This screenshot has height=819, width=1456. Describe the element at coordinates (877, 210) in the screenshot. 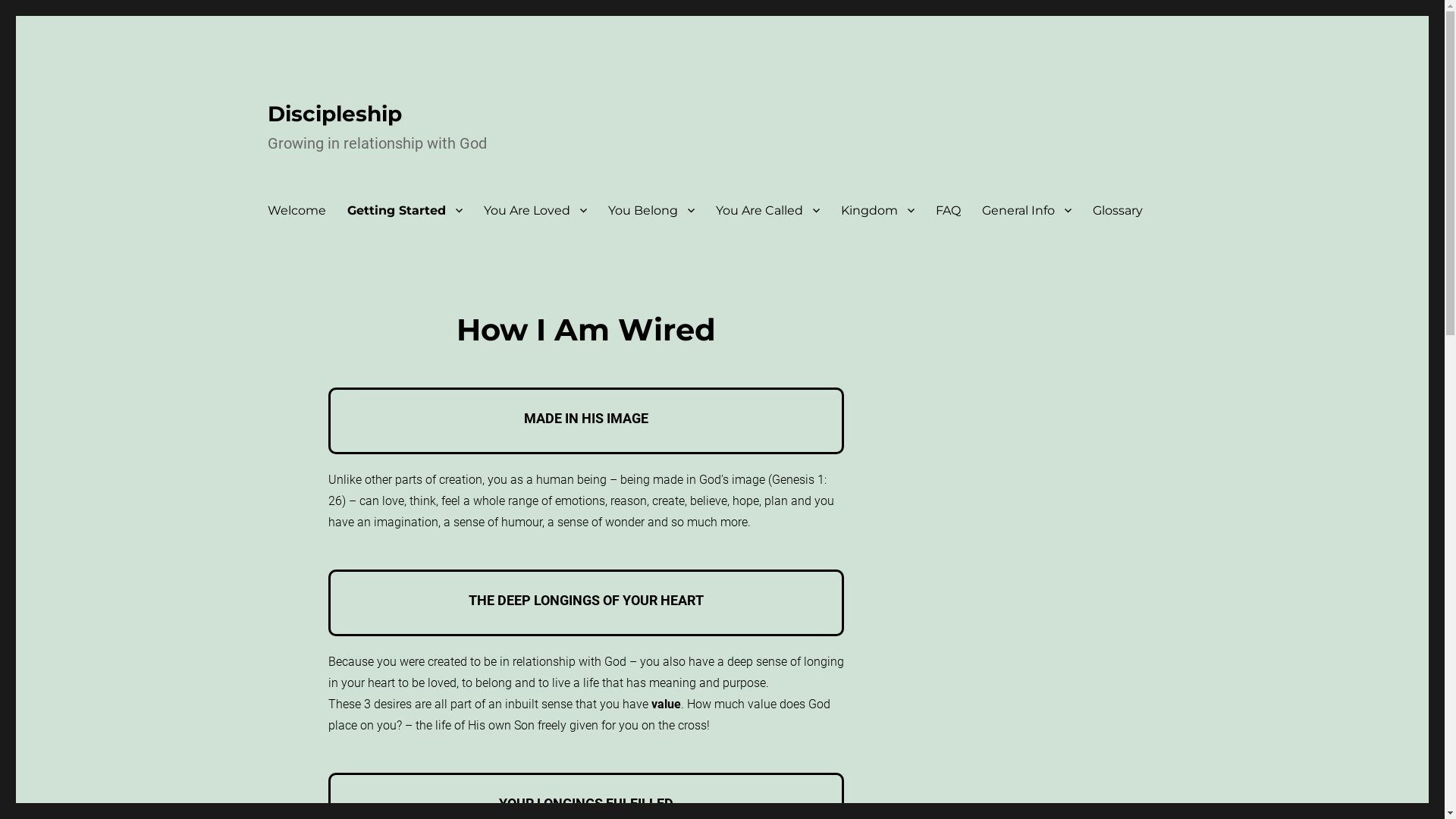

I see `'Kingdom'` at that location.